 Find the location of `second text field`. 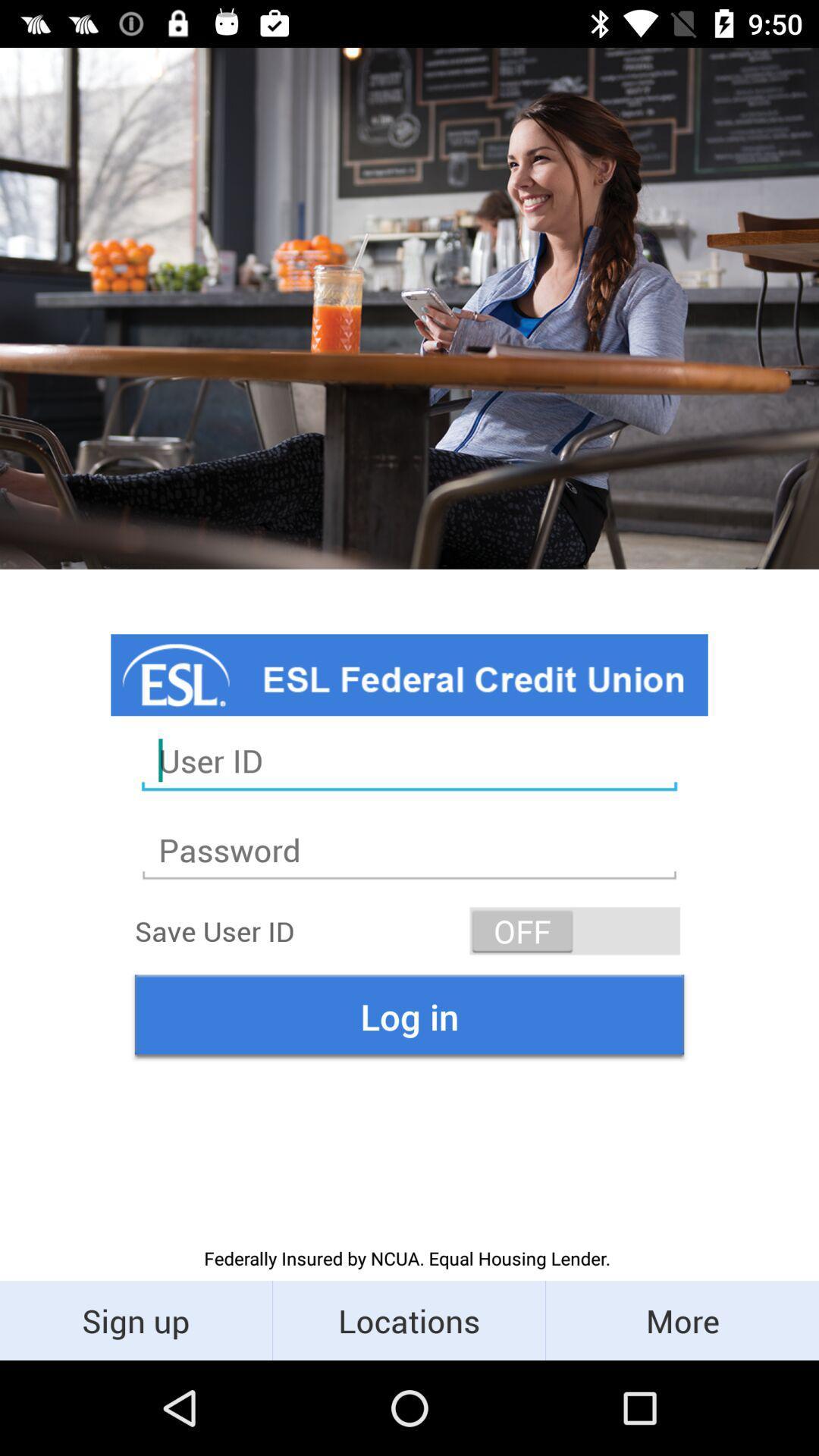

second text field is located at coordinates (409, 850).